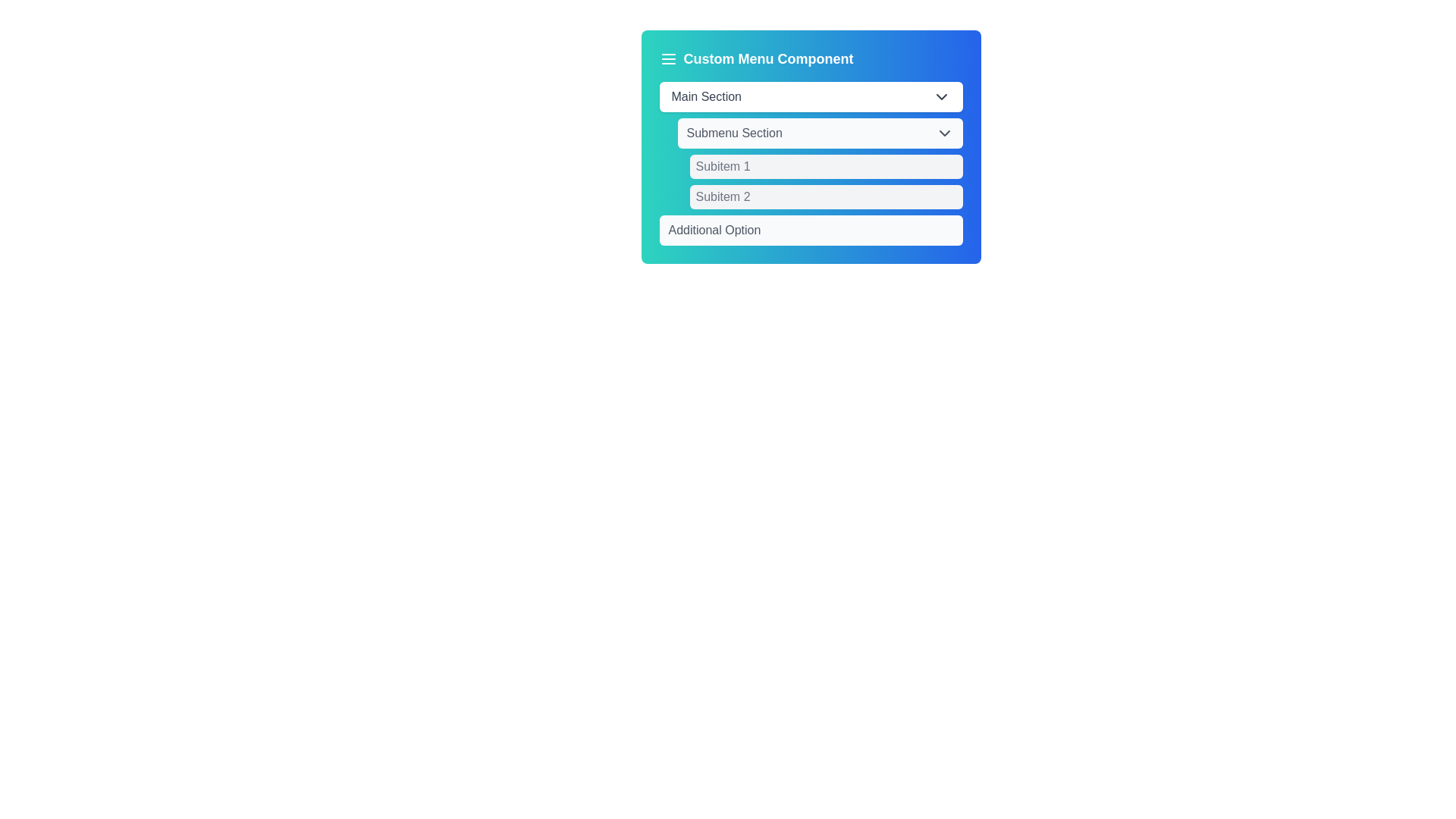 Image resolution: width=1456 pixels, height=819 pixels. I want to click on the icon or button located to the left of the text 'Custom Menu Component' in the top-left section of the gradient-colored menu box, so click(667, 58).